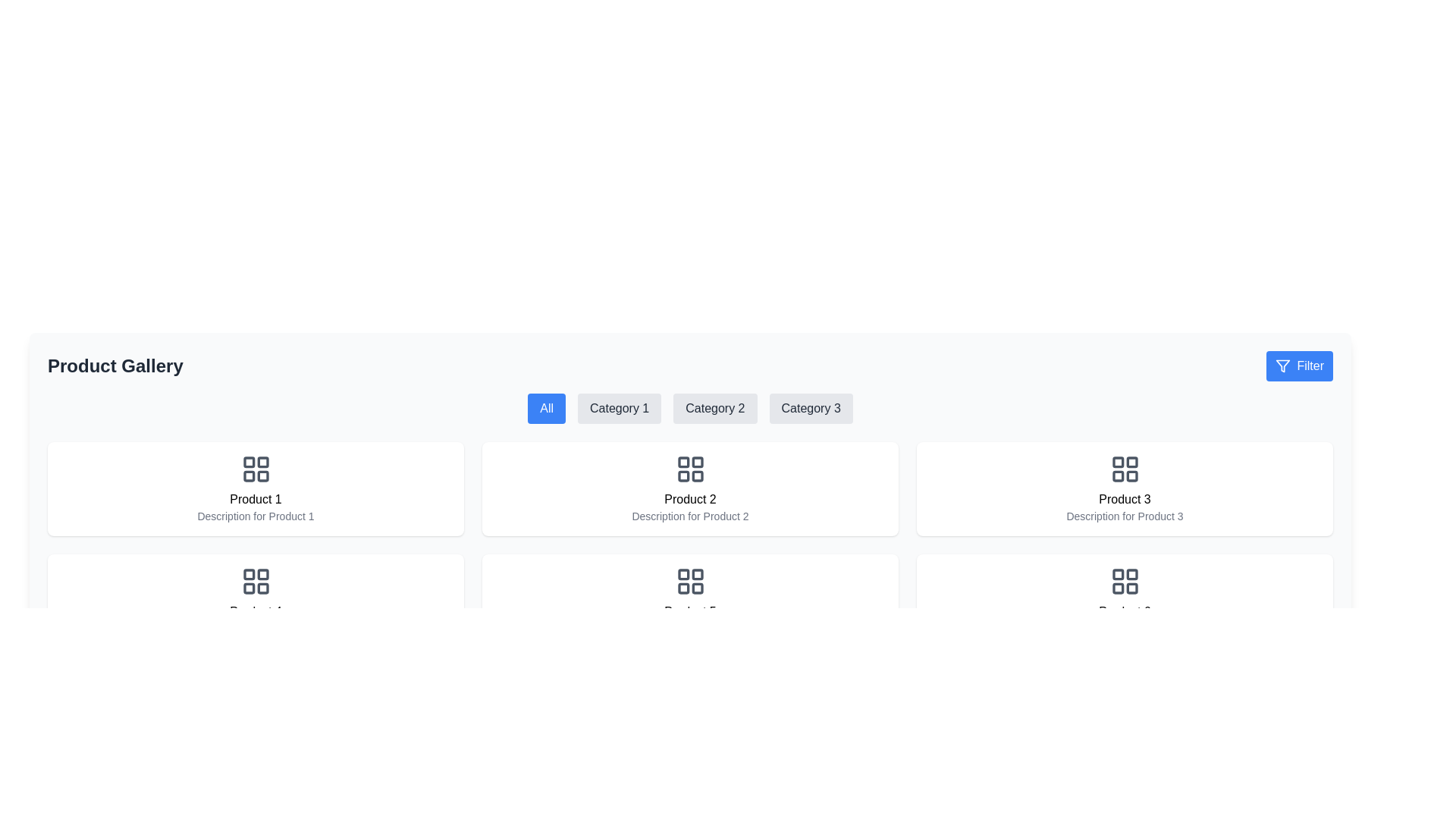 The width and height of the screenshot is (1456, 819). I want to click on the grid icon representing actions related to 'Product 5', located above its description within the card, so click(689, 581).